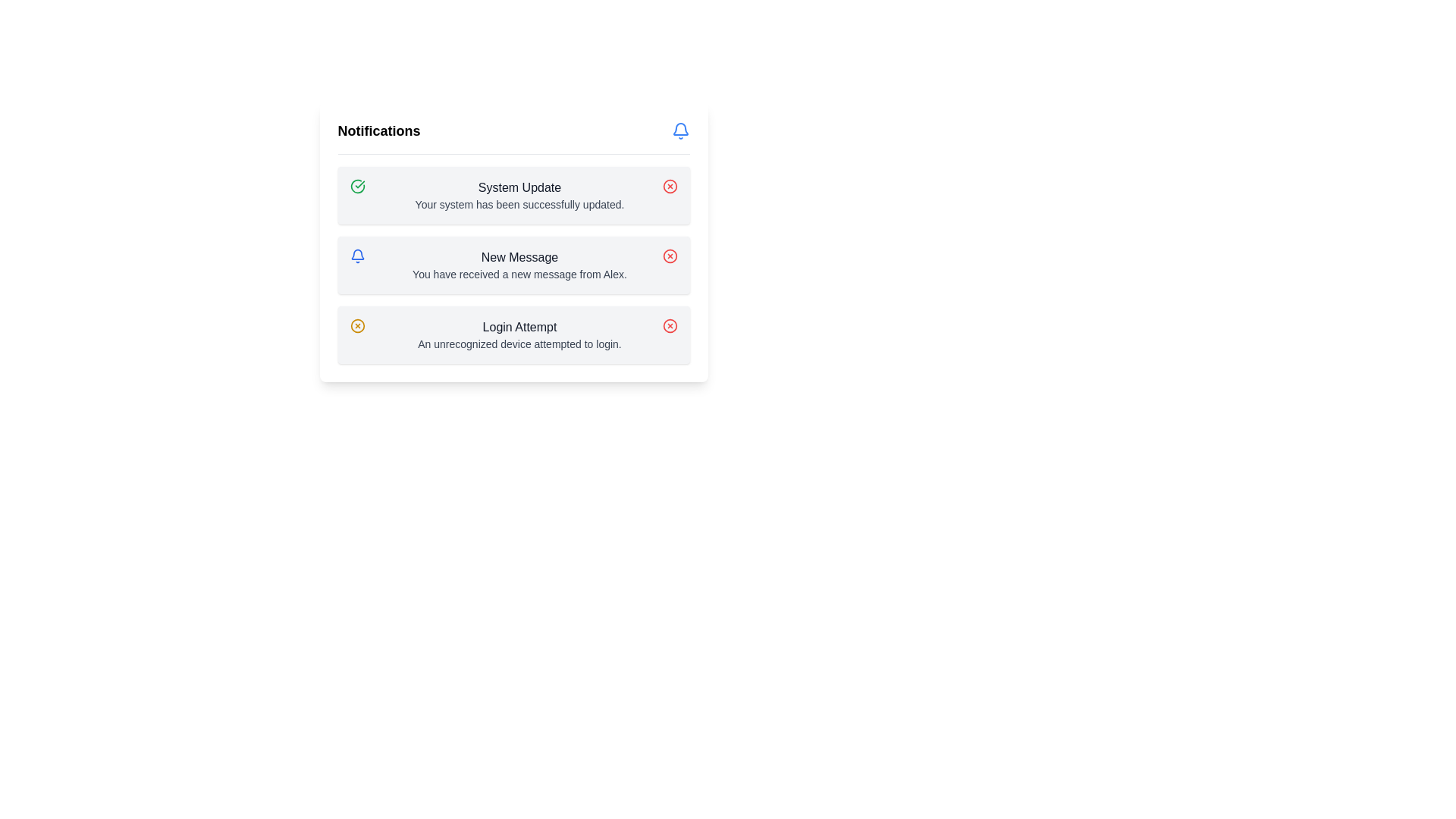 This screenshot has width=1456, height=819. Describe the element at coordinates (669, 186) in the screenshot. I see `the SVG Circle element located in the topmost notification card labeled 'System Update', which is positioned` at that location.